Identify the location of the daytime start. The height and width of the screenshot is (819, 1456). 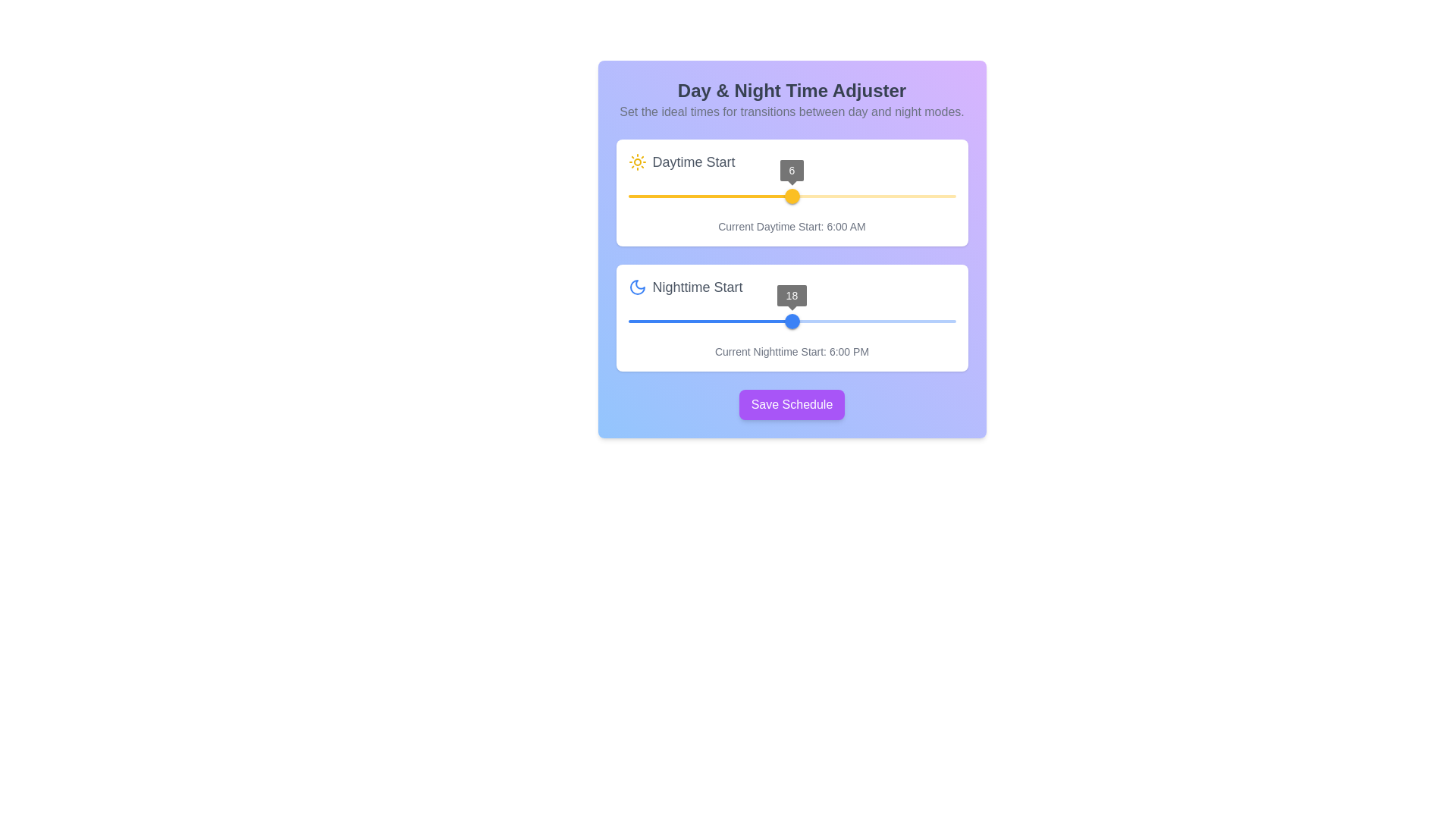
(927, 195).